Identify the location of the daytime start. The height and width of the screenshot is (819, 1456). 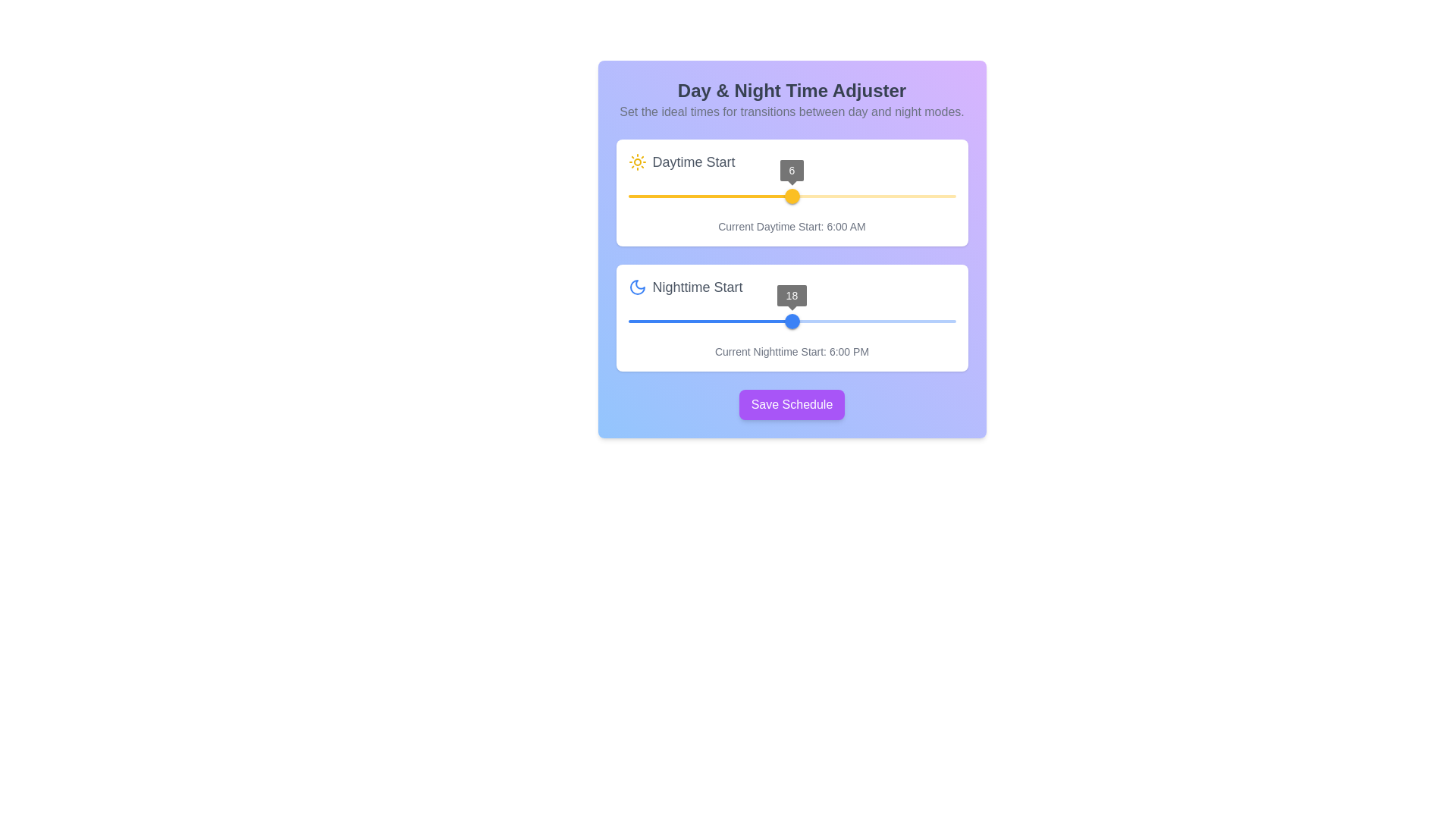
(927, 195).